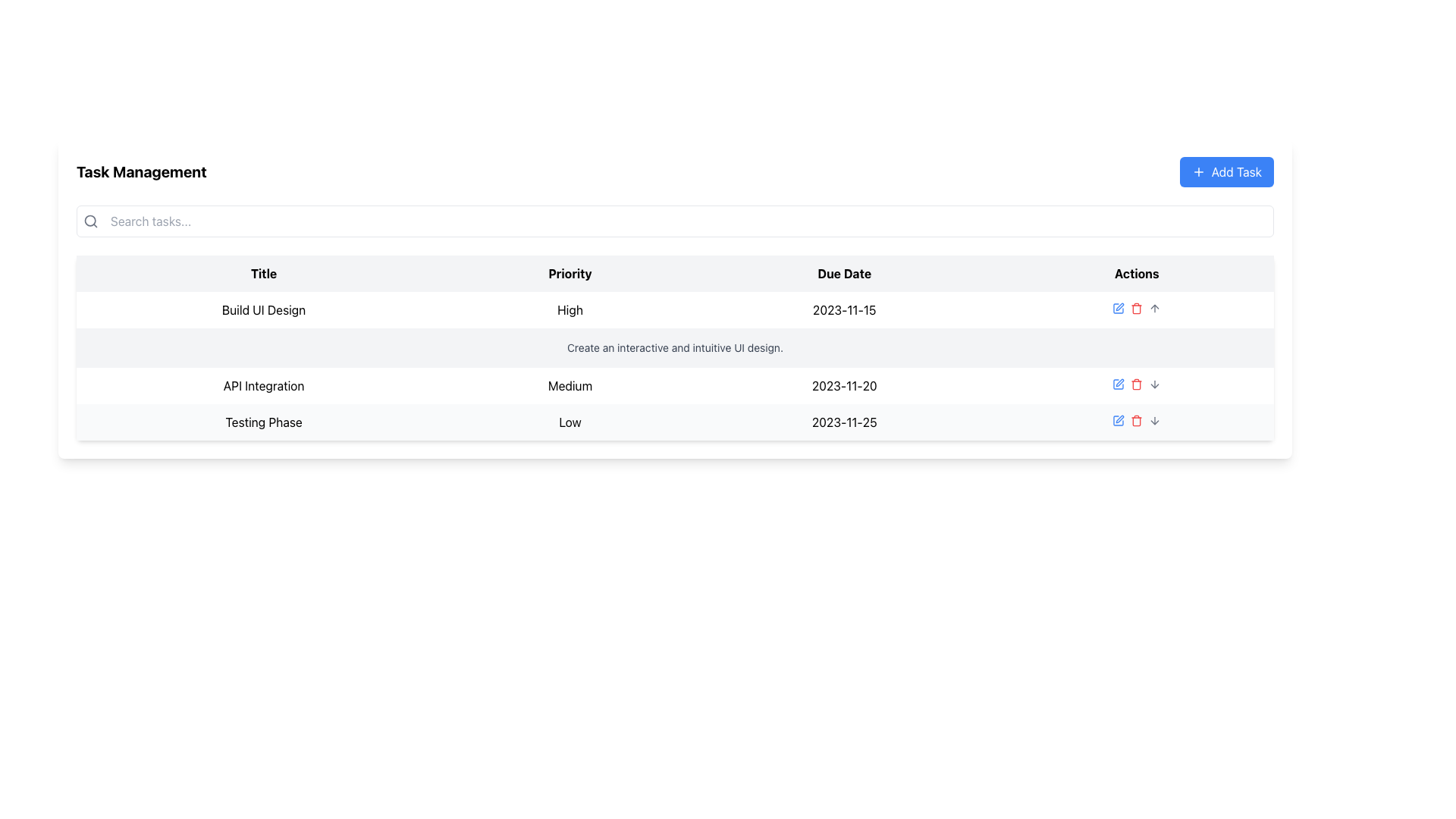 Image resolution: width=1456 pixels, height=819 pixels. What do you see at coordinates (570, 422) in the screenshot?
I see `the text label displaying 'Low'` at bounding box center [570, 422].